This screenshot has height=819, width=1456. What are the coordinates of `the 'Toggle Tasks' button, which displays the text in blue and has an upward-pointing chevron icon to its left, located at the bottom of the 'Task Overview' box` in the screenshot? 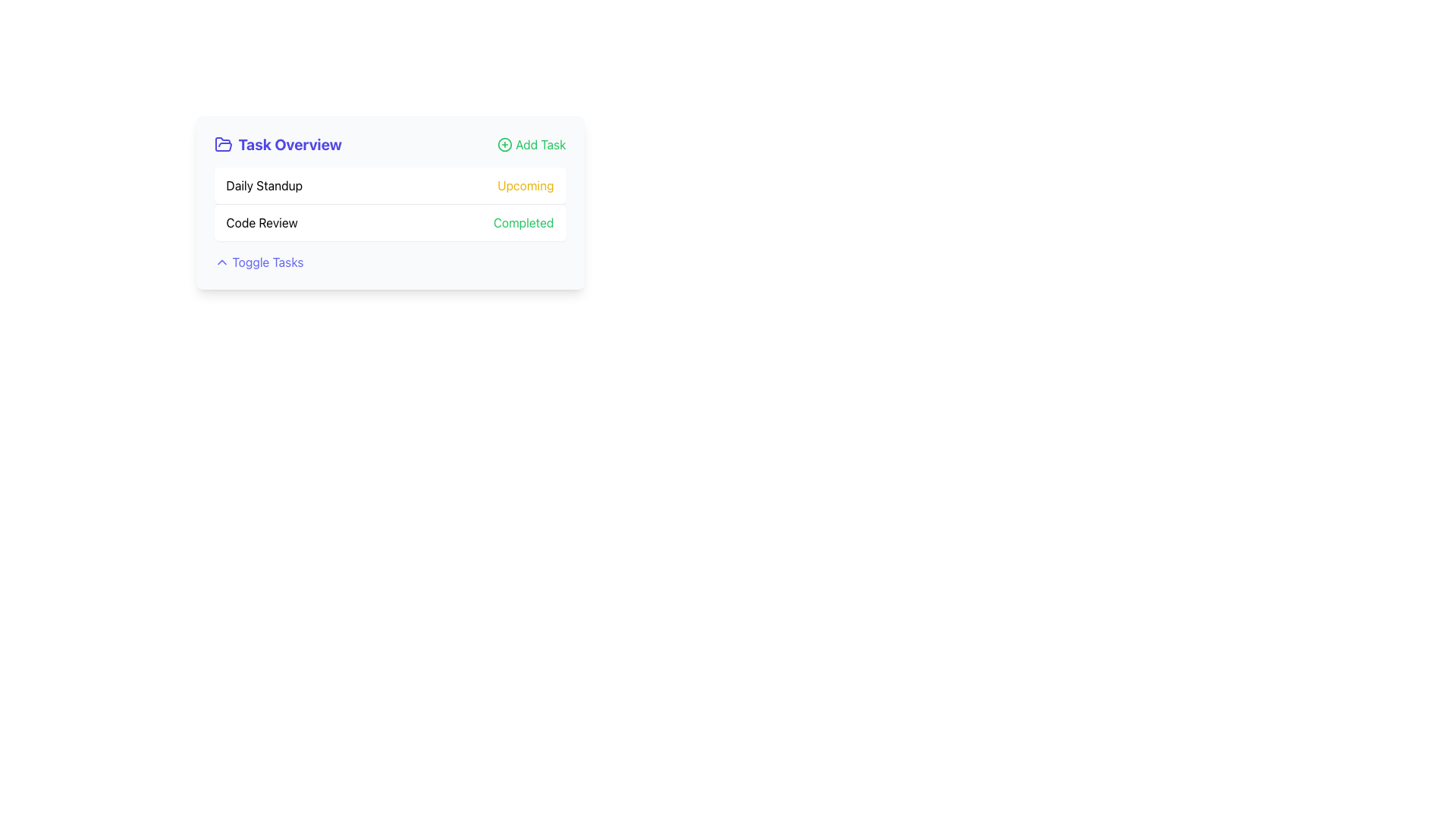 It's located at (259, 262).